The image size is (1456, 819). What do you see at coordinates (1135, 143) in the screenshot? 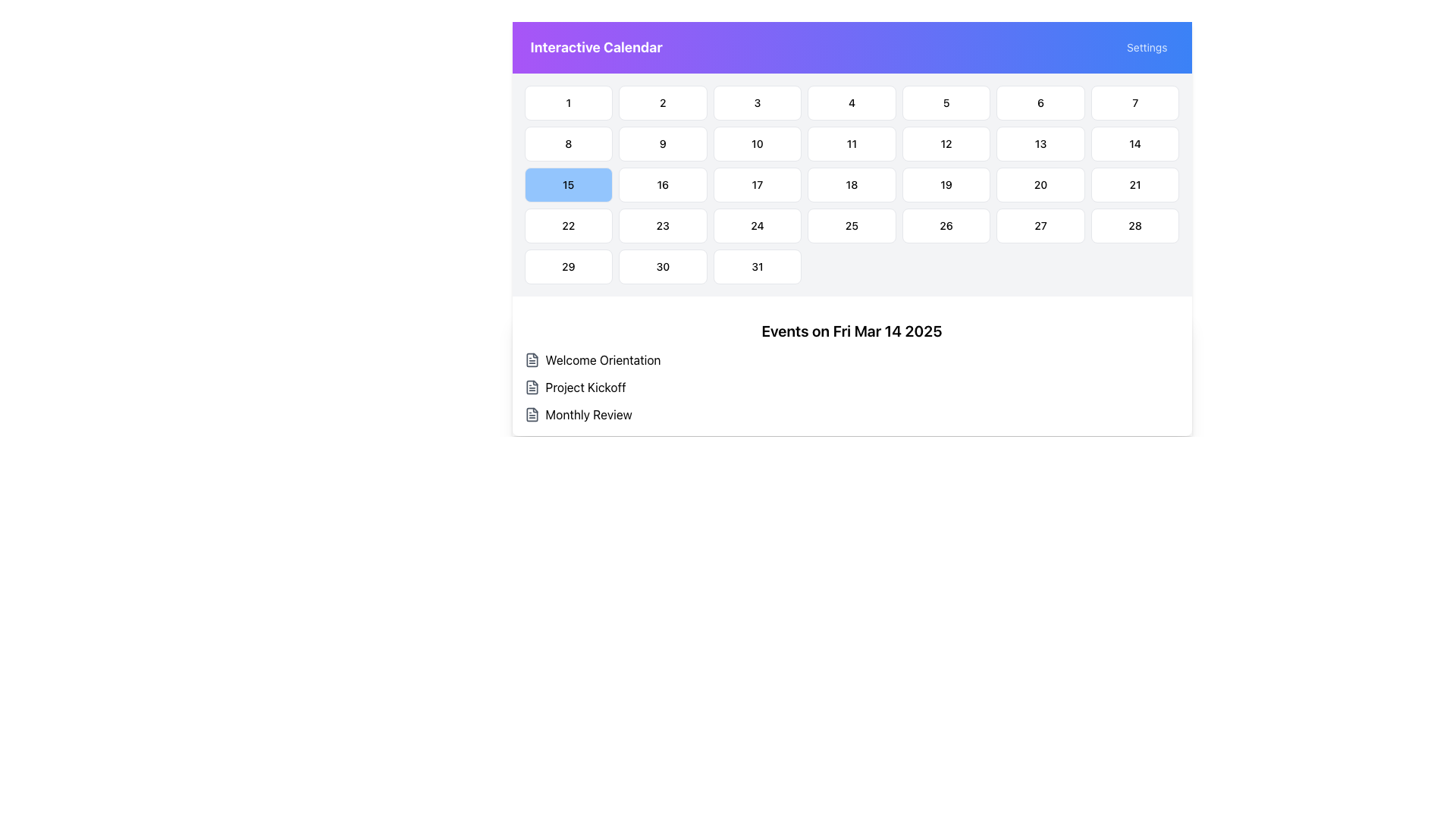
I see `text '14' displayed on the calendar date button located in the second row, seventh column of the calendar grid` at bounding box center [1135, 143].